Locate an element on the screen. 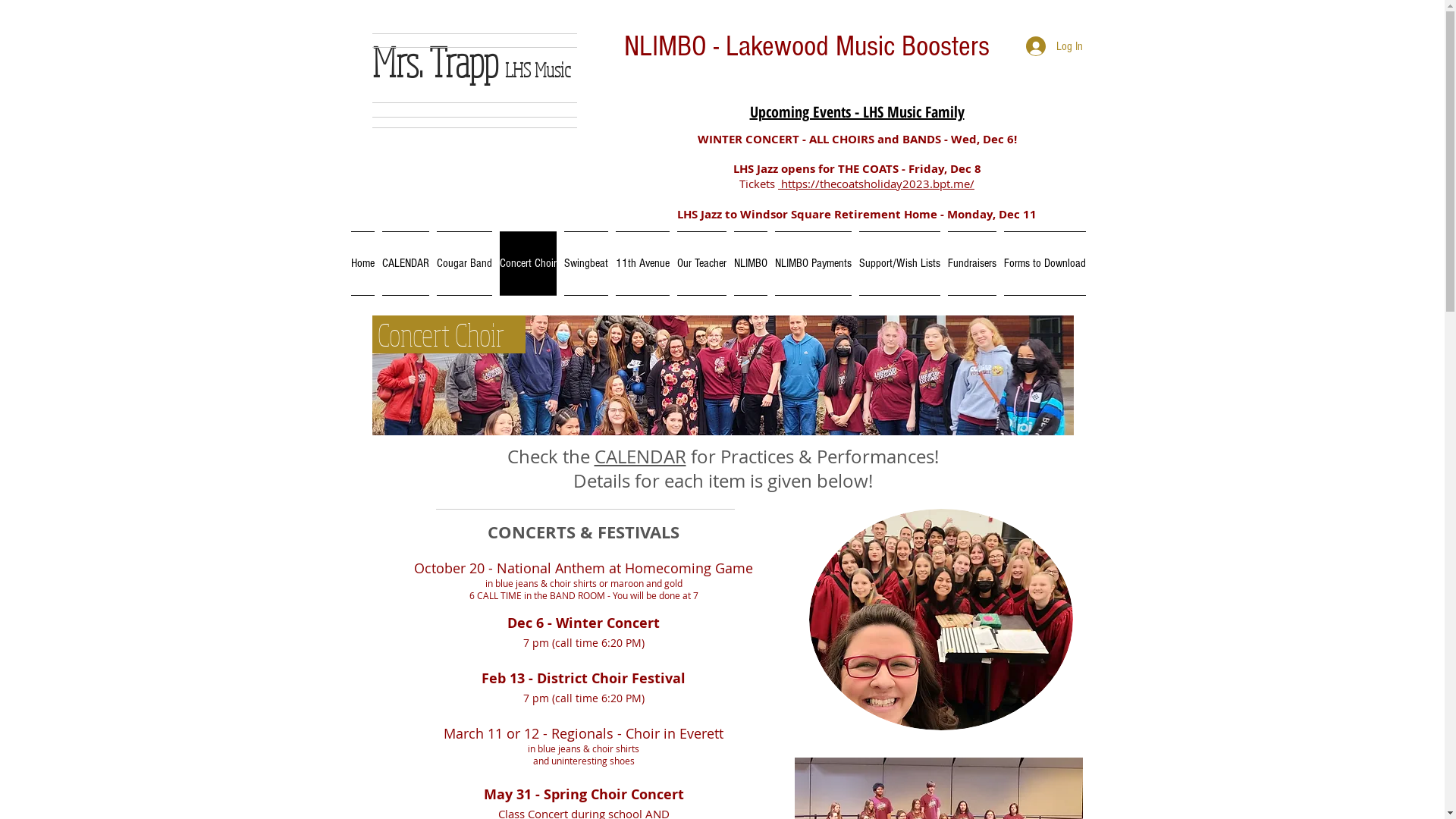  'Our Teacher' is located at coordinates (701, 262).